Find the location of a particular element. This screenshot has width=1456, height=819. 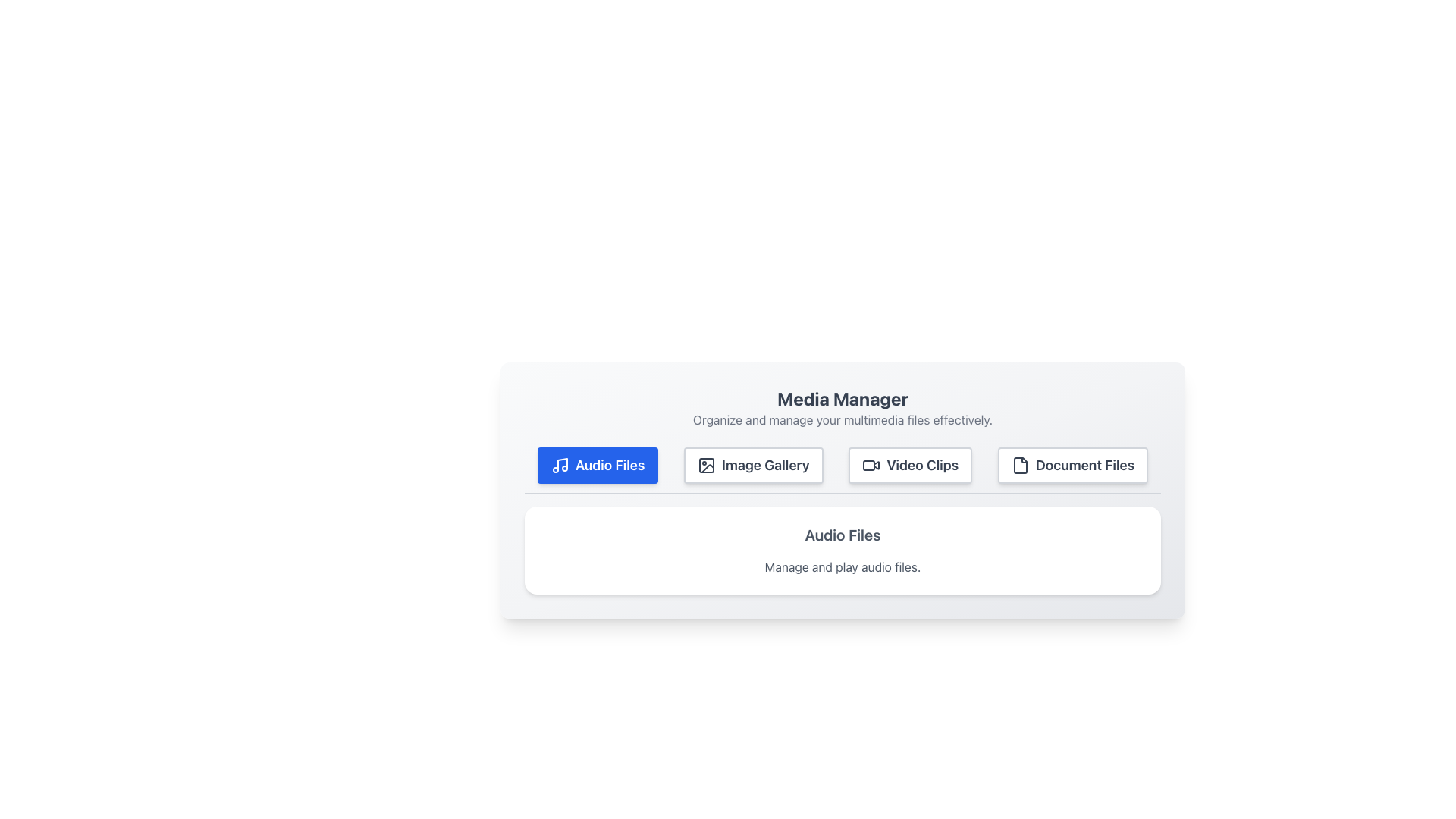

the stylized photo frame icon with a mountain and sun, which is located to the left of the 'Image Gallery' button text in the central panel is located at coordinates (706, 464).